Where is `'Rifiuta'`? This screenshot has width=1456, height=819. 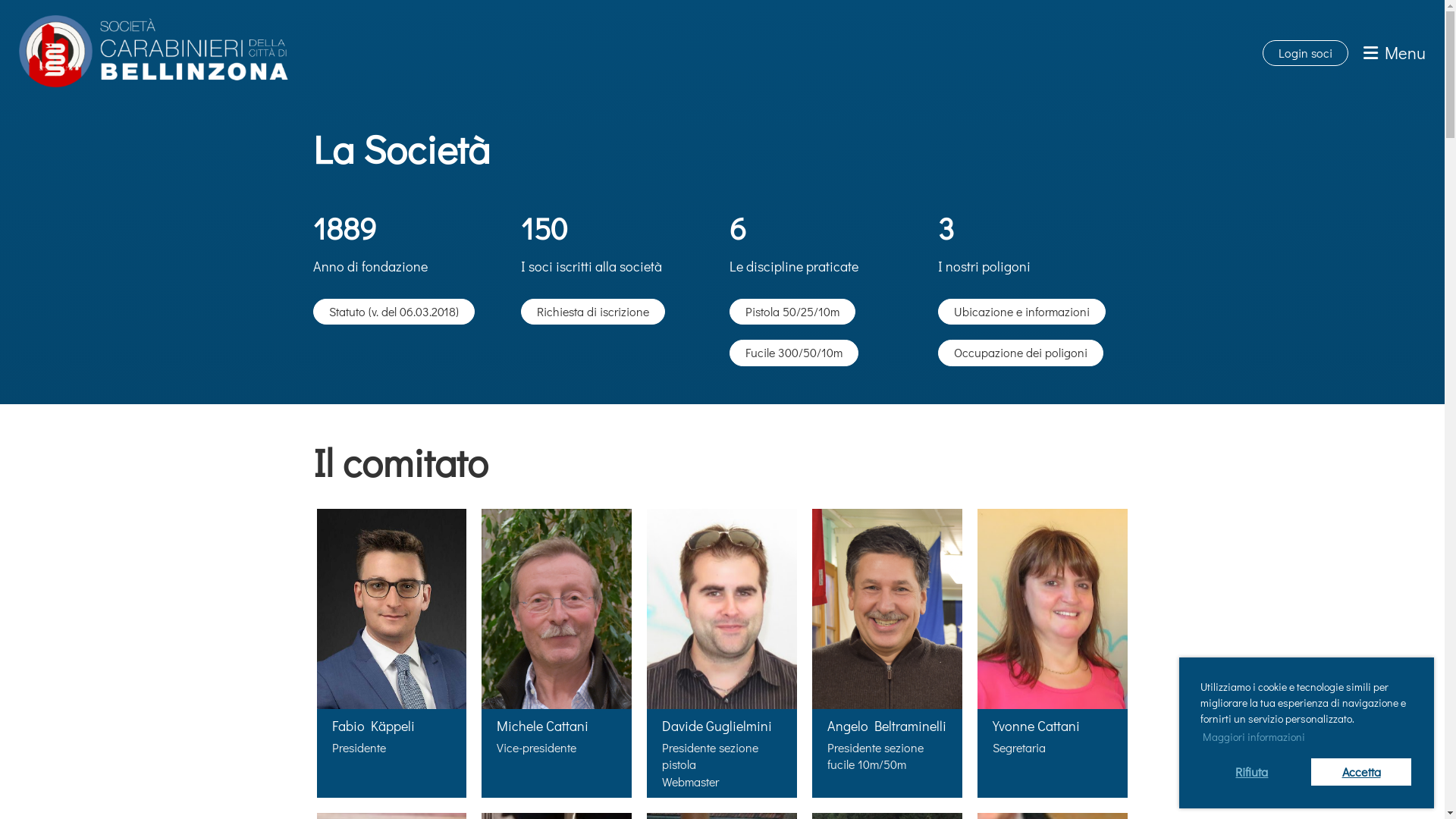
'Rifiuta' is located at coordinates (1200, 772).